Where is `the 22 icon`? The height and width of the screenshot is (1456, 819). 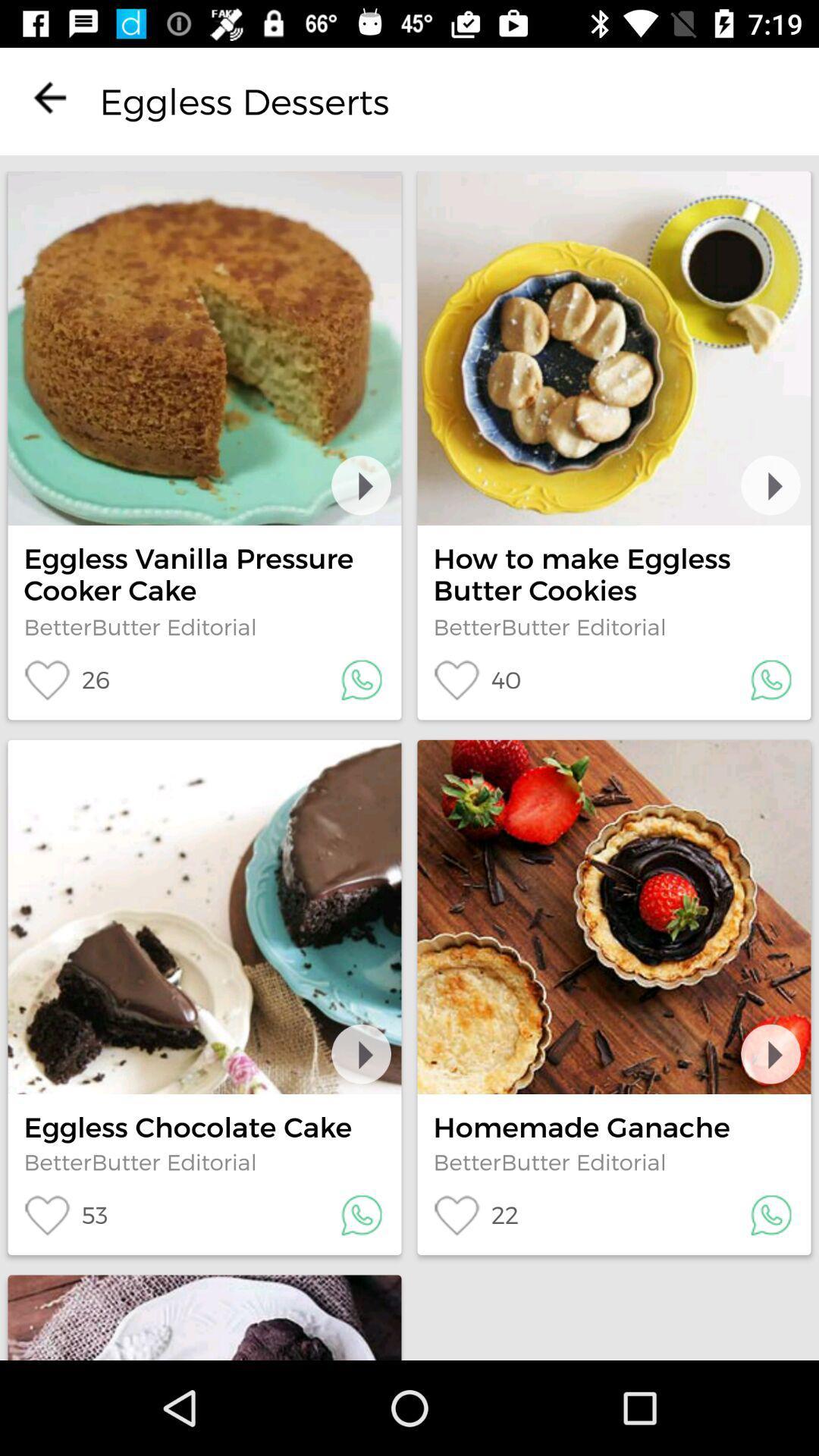
the 22 icon is located at coordinates (475, 1215).